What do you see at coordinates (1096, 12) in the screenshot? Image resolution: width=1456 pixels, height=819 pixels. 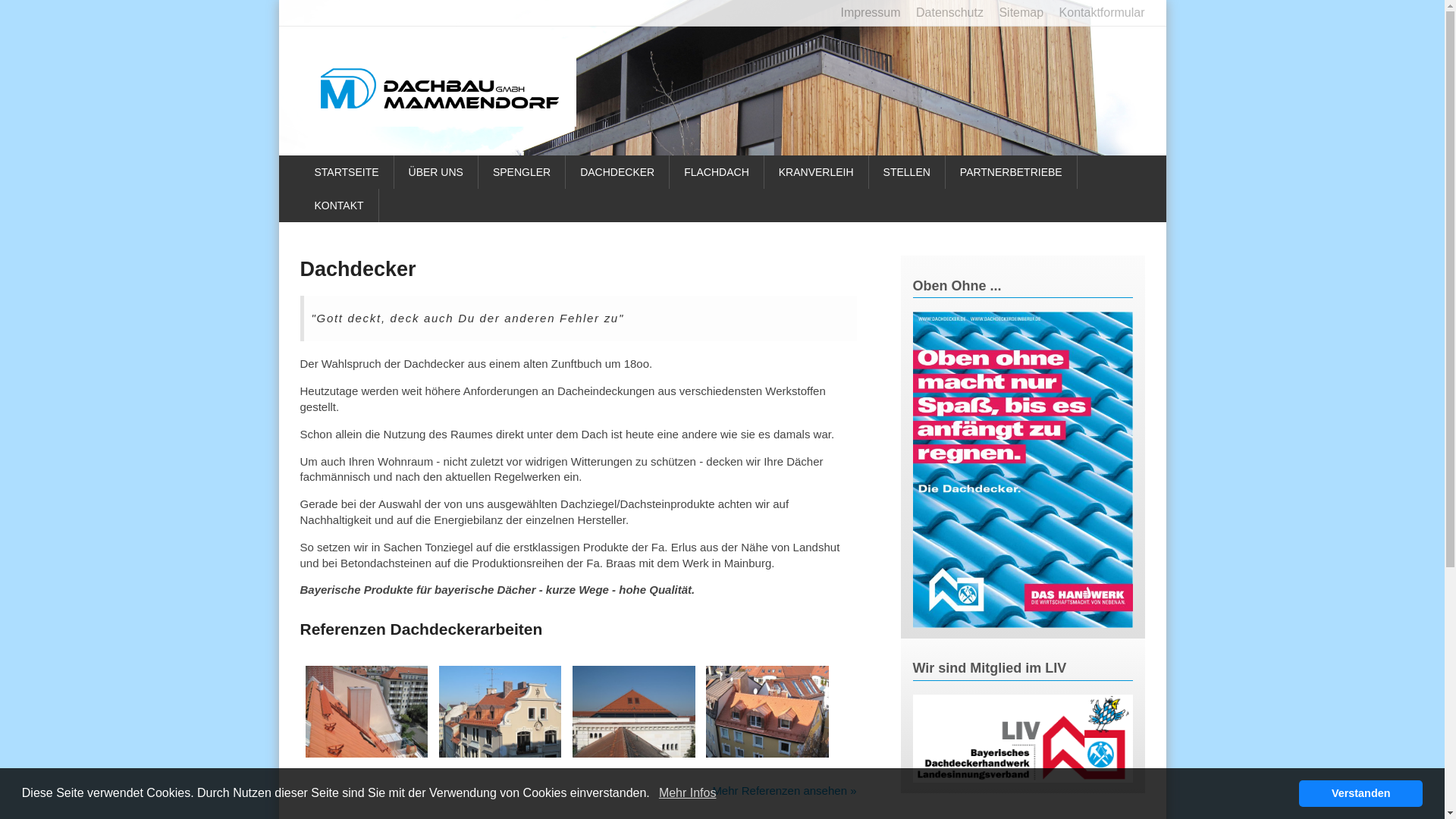 I see `'Kontaktformular'` at bounding box center [1096, 12].